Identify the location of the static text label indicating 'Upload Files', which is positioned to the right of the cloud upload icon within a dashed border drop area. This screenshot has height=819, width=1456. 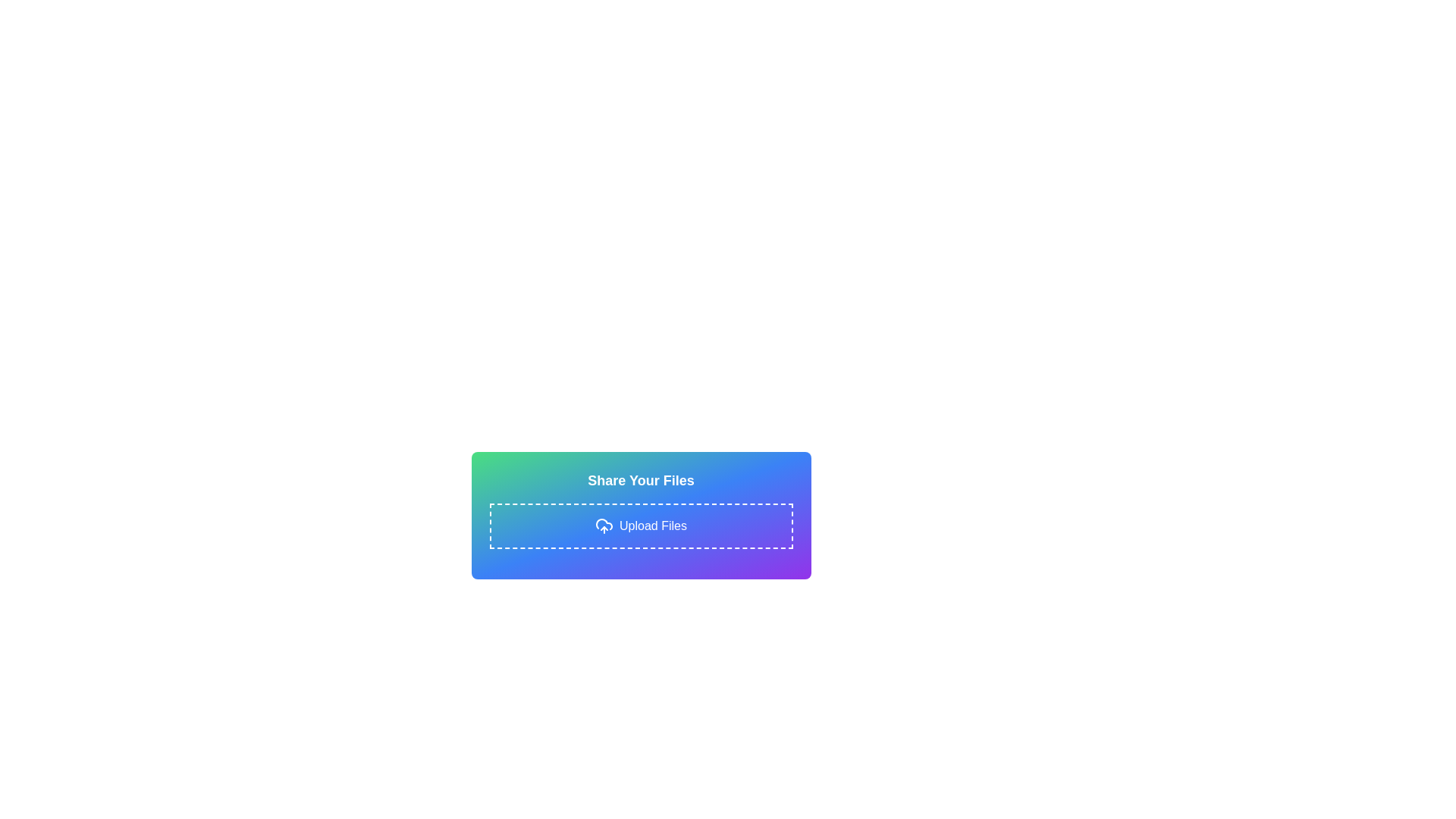
(653, 526).